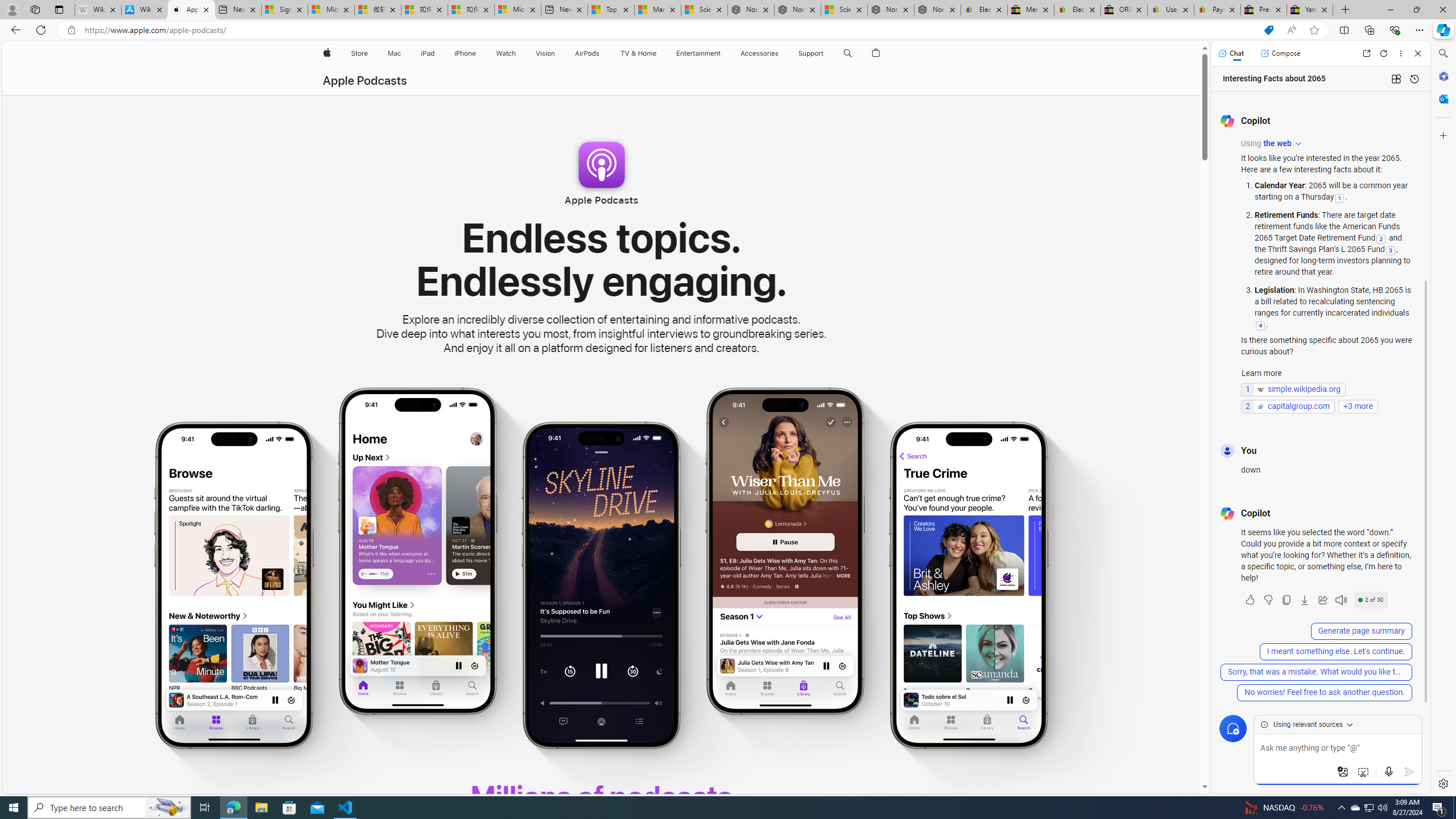 The image size is (1456, 819). What do you see at coordinates (359, 53) in the screenshot?
I see `'Store'` at bounding box center [359, 53].